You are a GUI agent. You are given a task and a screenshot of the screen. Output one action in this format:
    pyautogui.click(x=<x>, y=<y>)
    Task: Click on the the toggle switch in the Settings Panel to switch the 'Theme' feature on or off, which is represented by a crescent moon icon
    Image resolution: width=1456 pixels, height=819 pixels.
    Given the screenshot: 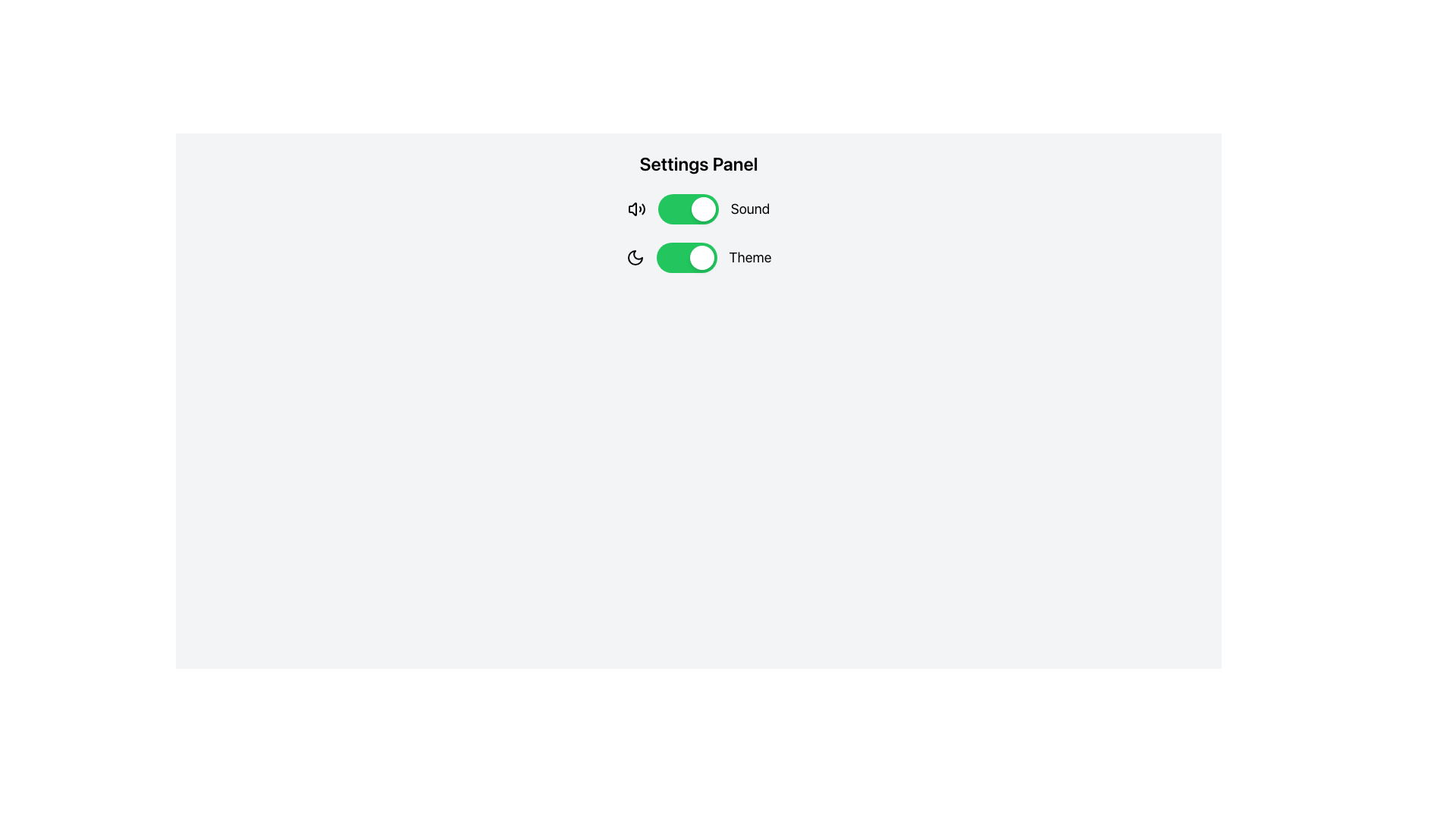 What is the action you would take?
    pyautogui.click(x=698, y=256)
    